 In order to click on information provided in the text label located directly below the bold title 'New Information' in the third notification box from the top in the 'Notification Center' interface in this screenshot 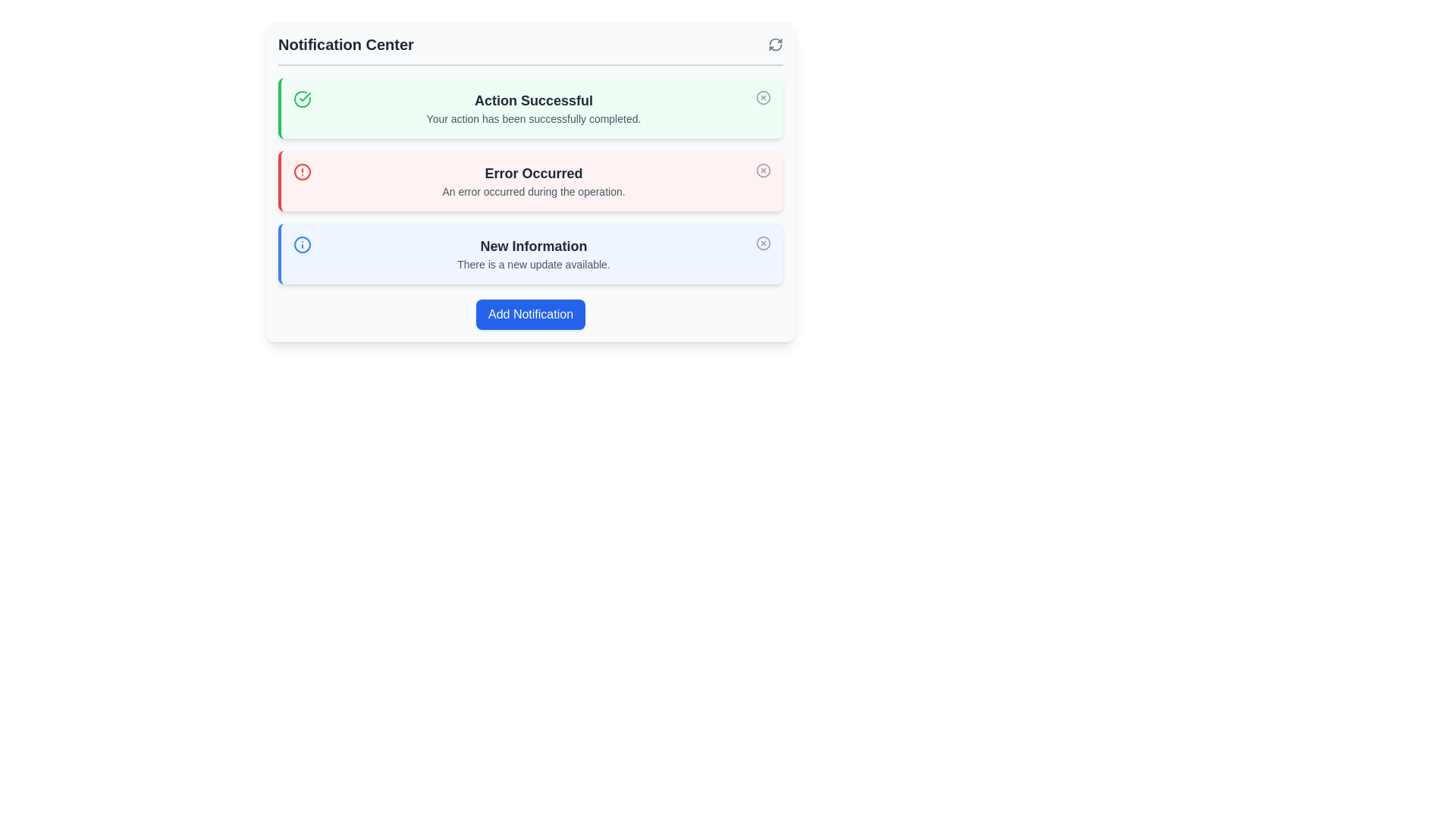, I will do `click(534, 263)`.